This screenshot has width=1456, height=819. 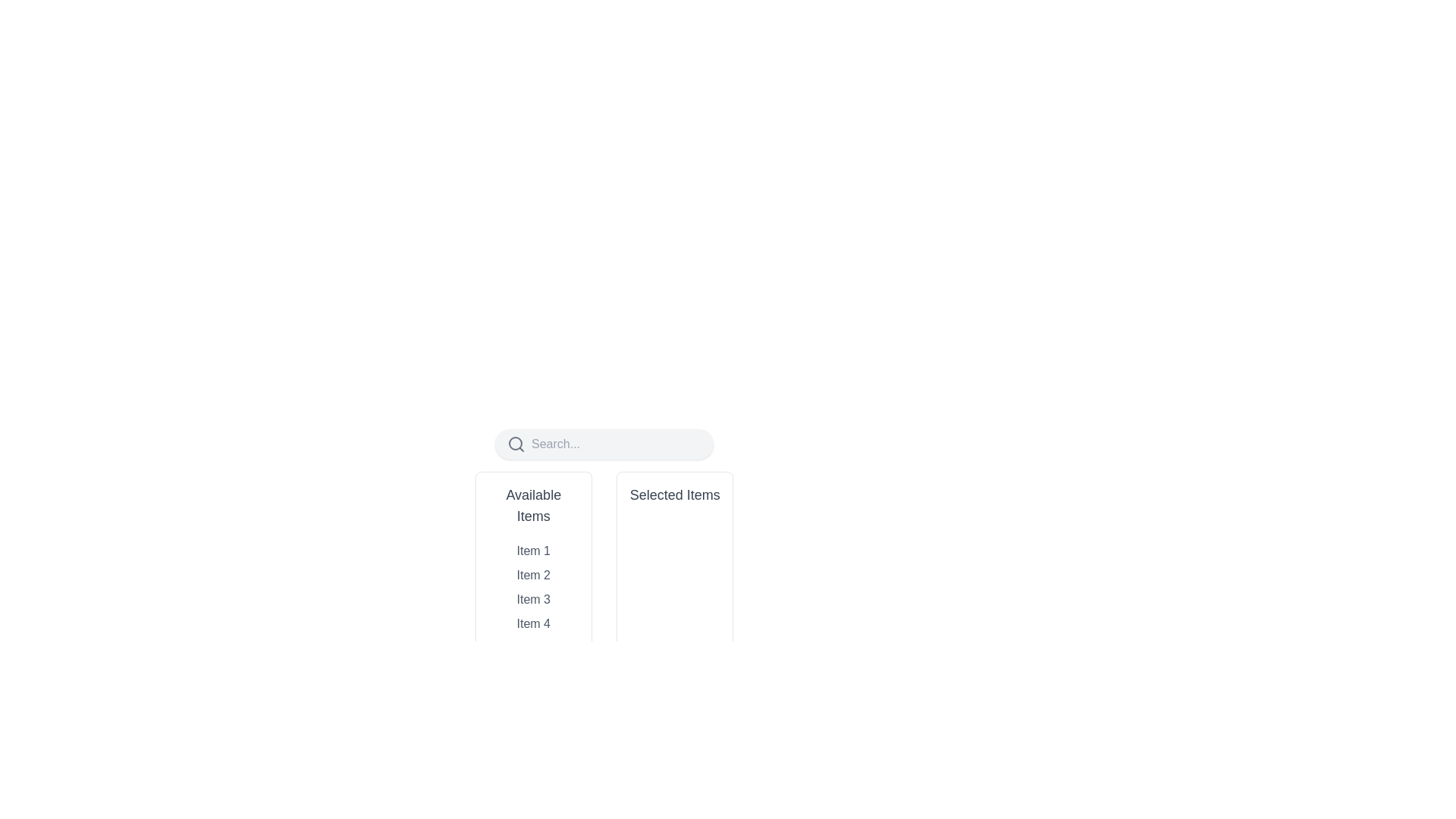 I want to click on the search icon, which is an SVG graphic located to the left of the search input field in a rounded rectangular search bar, so click(x=516, y=444).